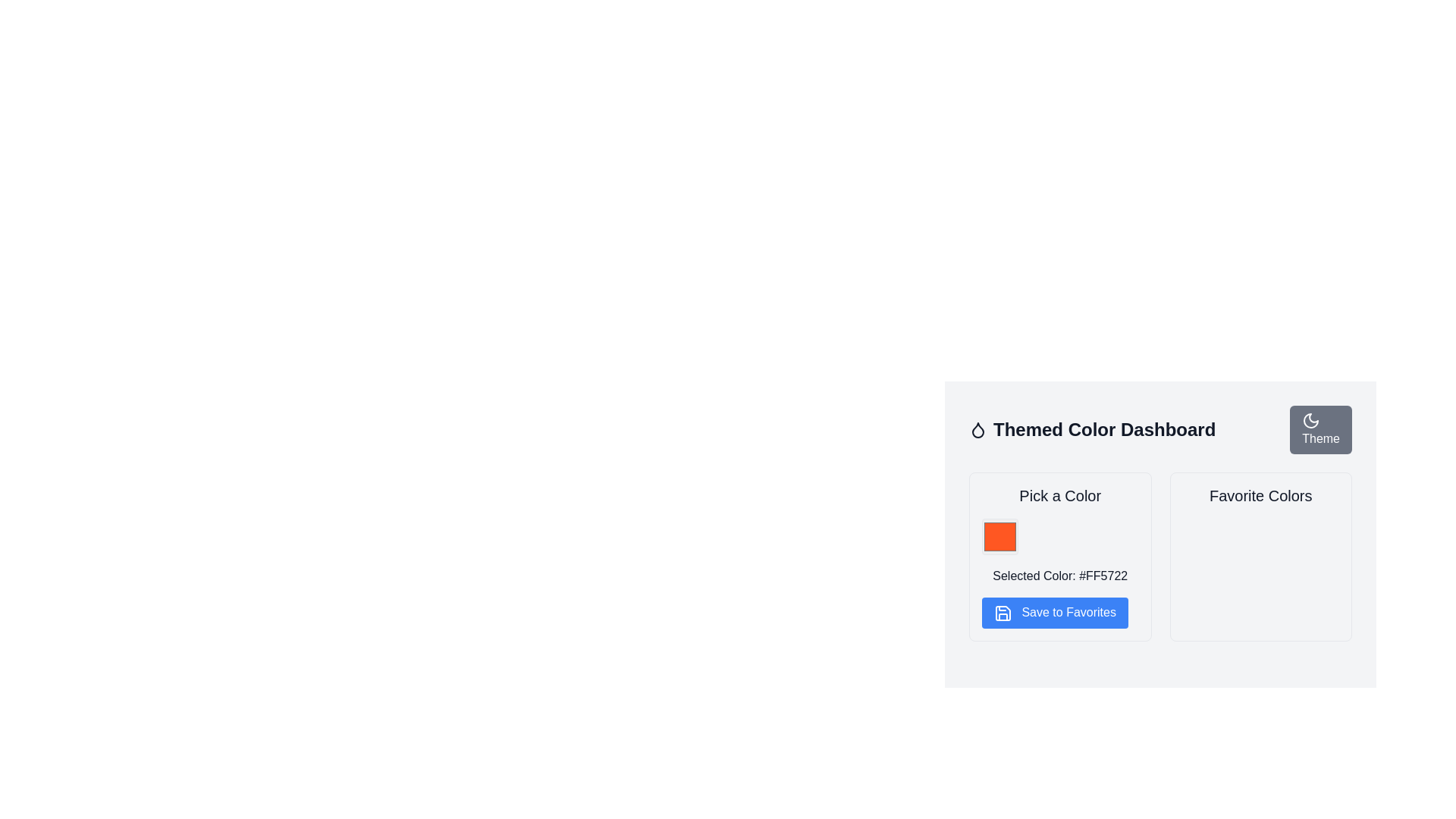 This screenshot has width=1456, height=819. I want to click on the graphical save icon within the 'Save to Favorites' button by clicking it, so click(1003, 611).